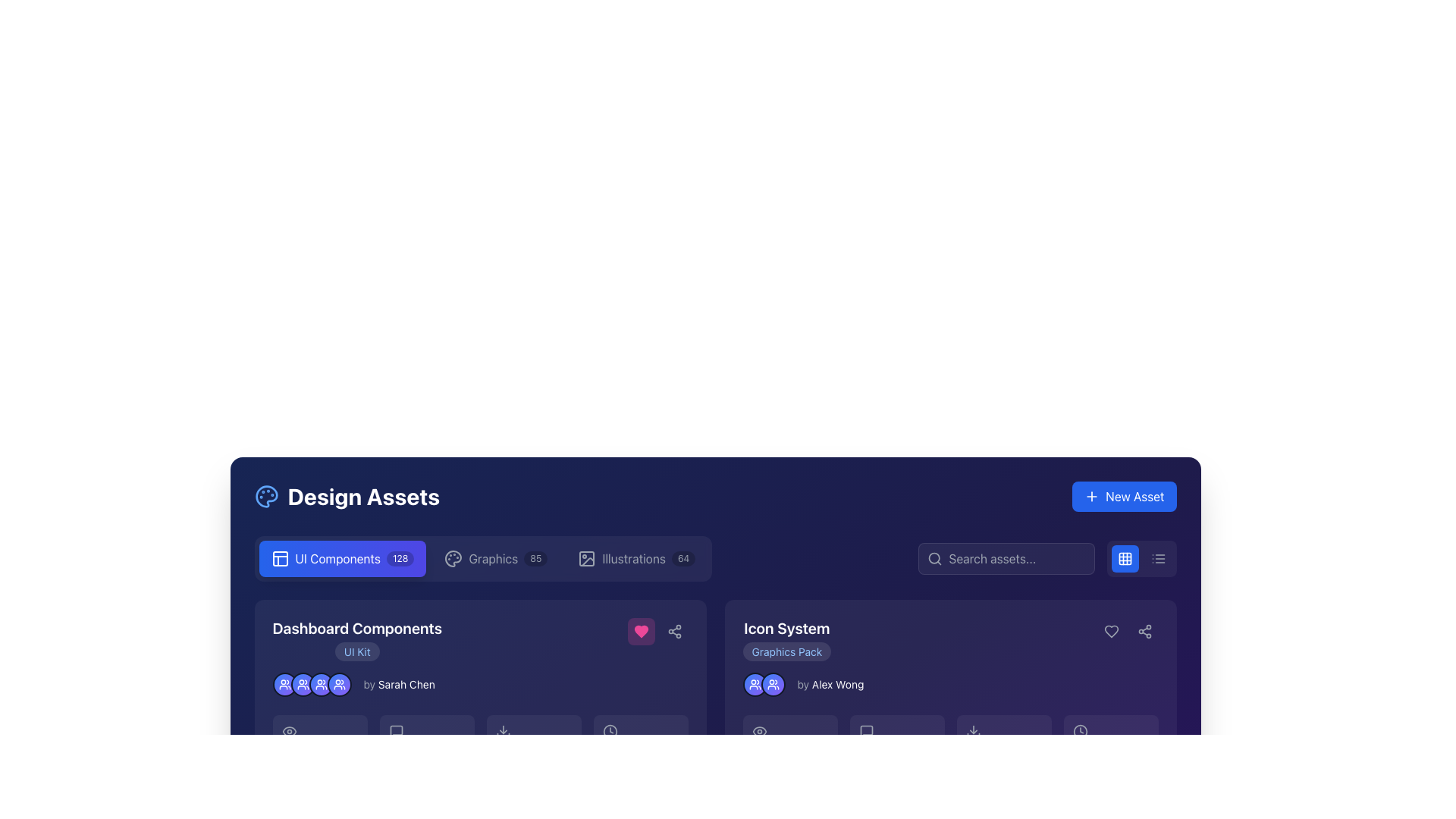 This screenshot has width=1456, height=819. Describe the element at coordinates (284, 684) in the screenshot. I see `the user-related SVG icon with white strokes and a circular gradient background` at that location.